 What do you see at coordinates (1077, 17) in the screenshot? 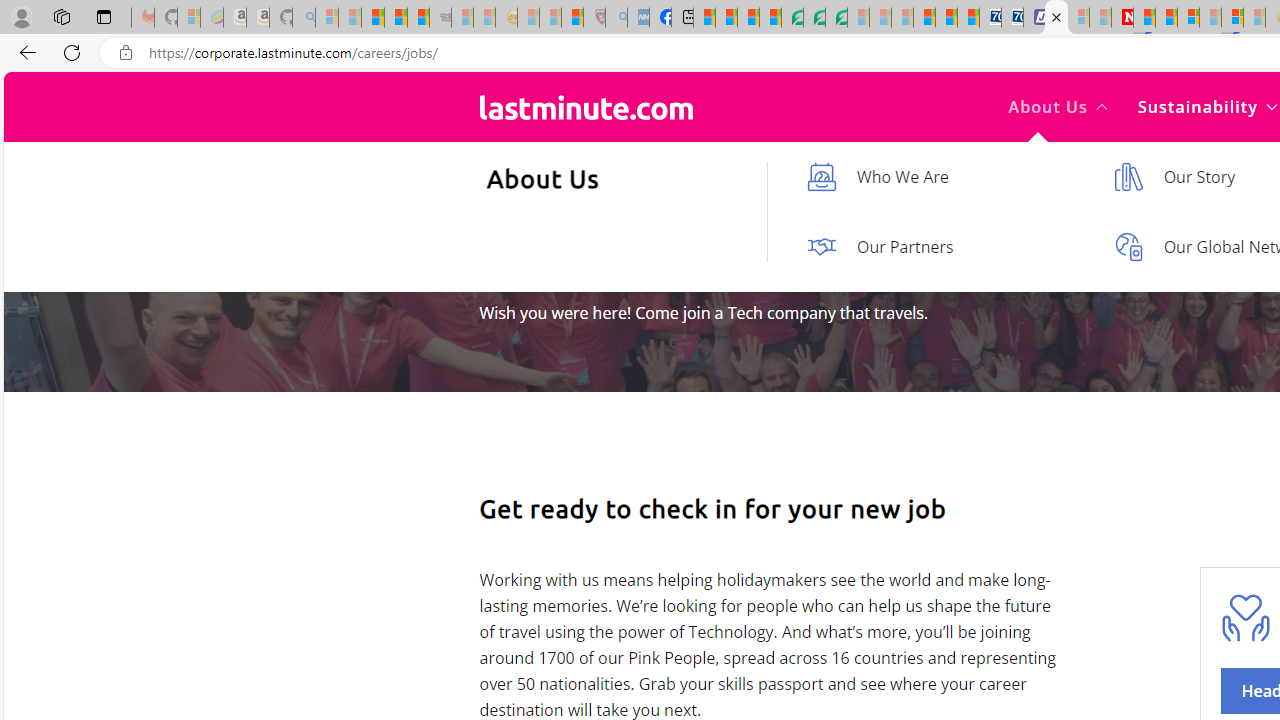
I see `'Microsoft account | Privacy - Sleeping'` at bounding box center [1077, 17].